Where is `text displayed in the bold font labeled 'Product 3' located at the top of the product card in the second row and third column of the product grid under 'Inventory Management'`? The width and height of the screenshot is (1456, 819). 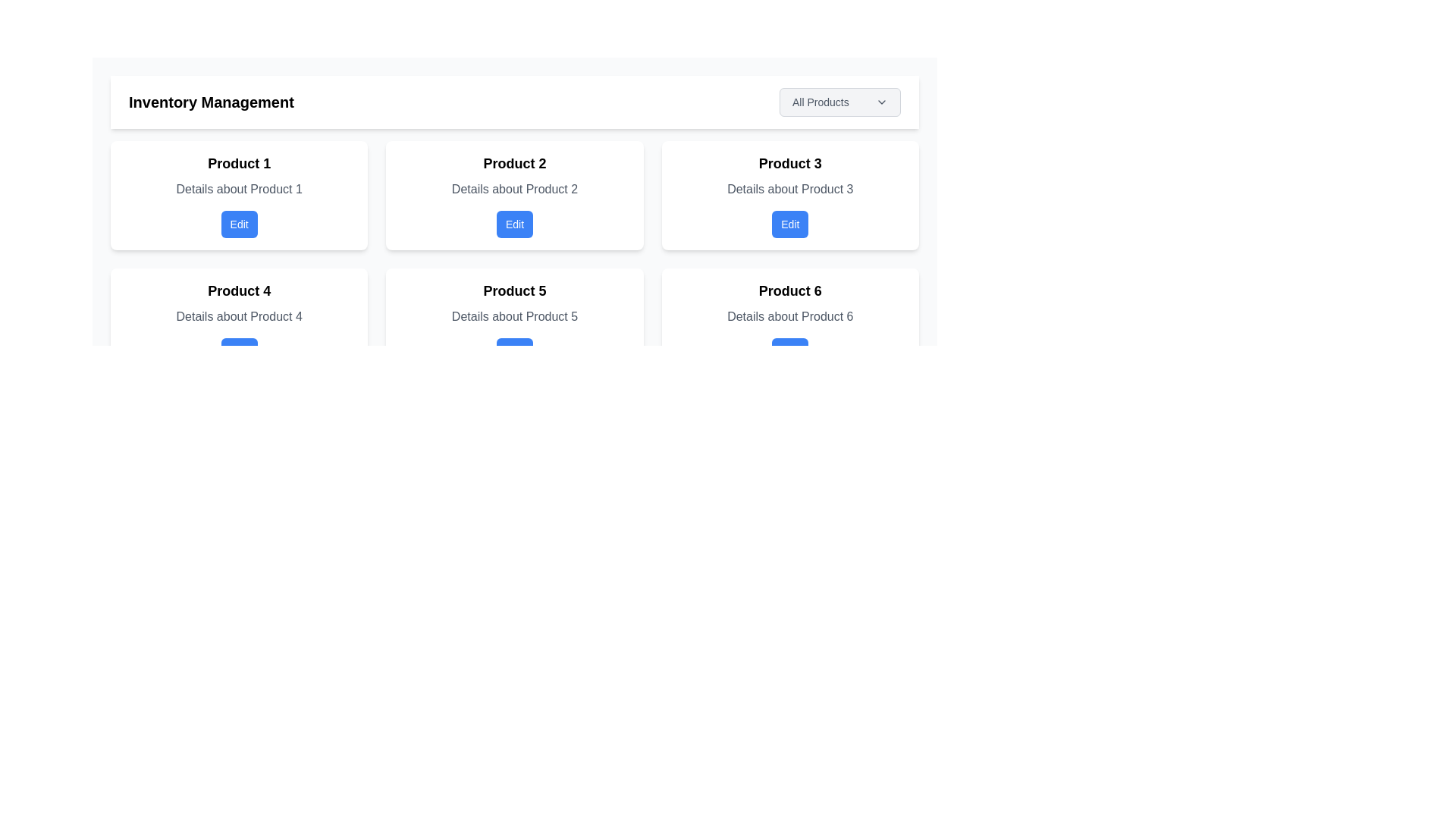
text displayed in the bold font labeled 'Product 3' located at the top of the product card in the second row and third column of the product grid under 'Inventory Management' is located at coordinates (789, 164).